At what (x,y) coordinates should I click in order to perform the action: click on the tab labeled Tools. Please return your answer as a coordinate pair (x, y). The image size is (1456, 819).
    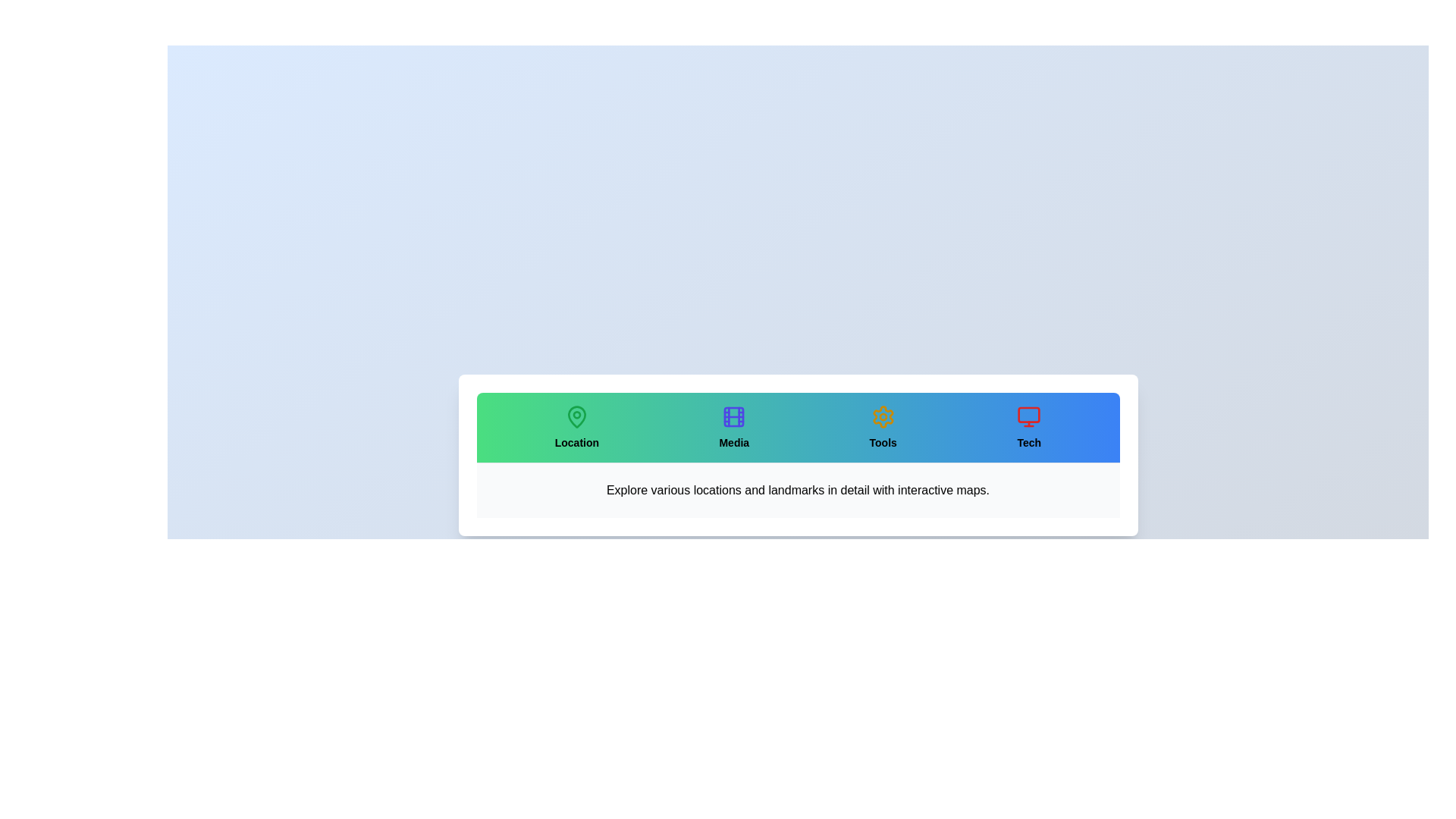
    Looking at the image, I should click on (883, 427).